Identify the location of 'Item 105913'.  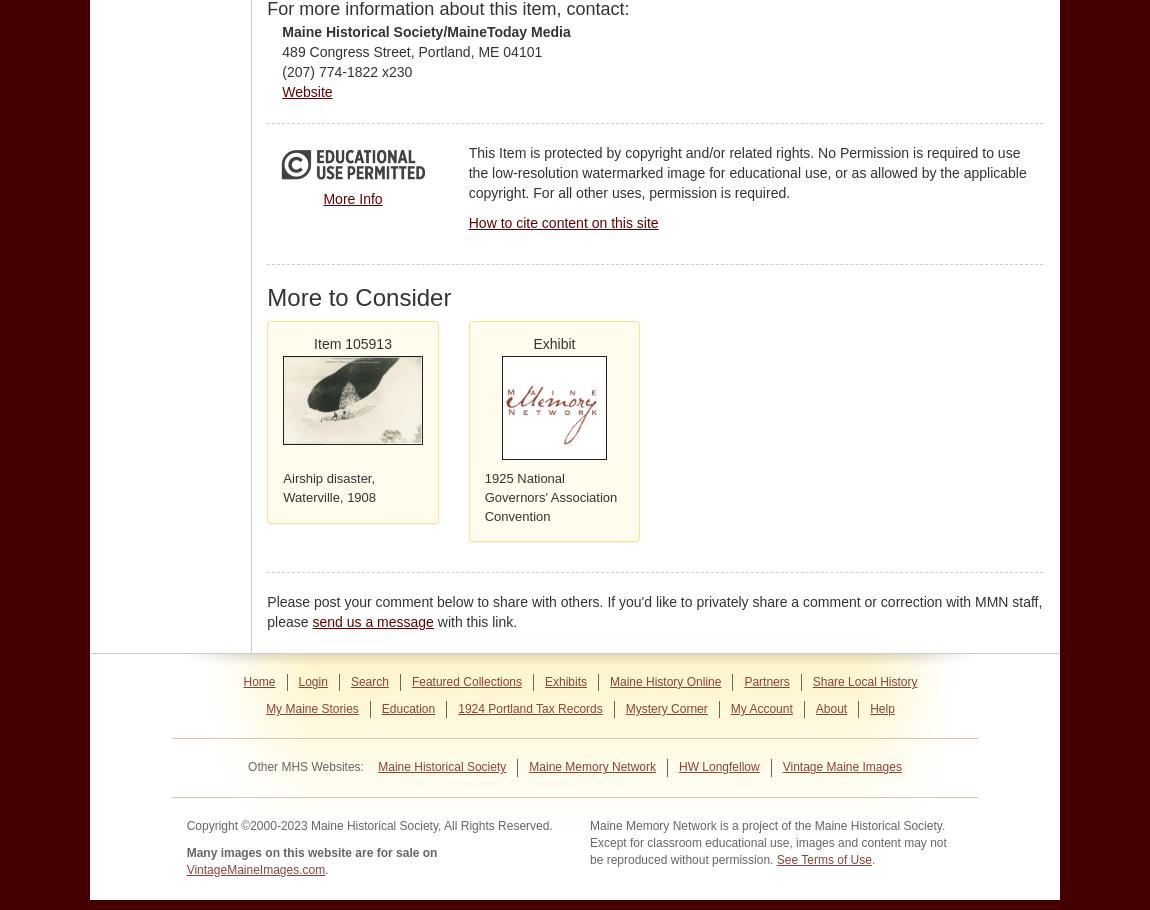
(313, 342).